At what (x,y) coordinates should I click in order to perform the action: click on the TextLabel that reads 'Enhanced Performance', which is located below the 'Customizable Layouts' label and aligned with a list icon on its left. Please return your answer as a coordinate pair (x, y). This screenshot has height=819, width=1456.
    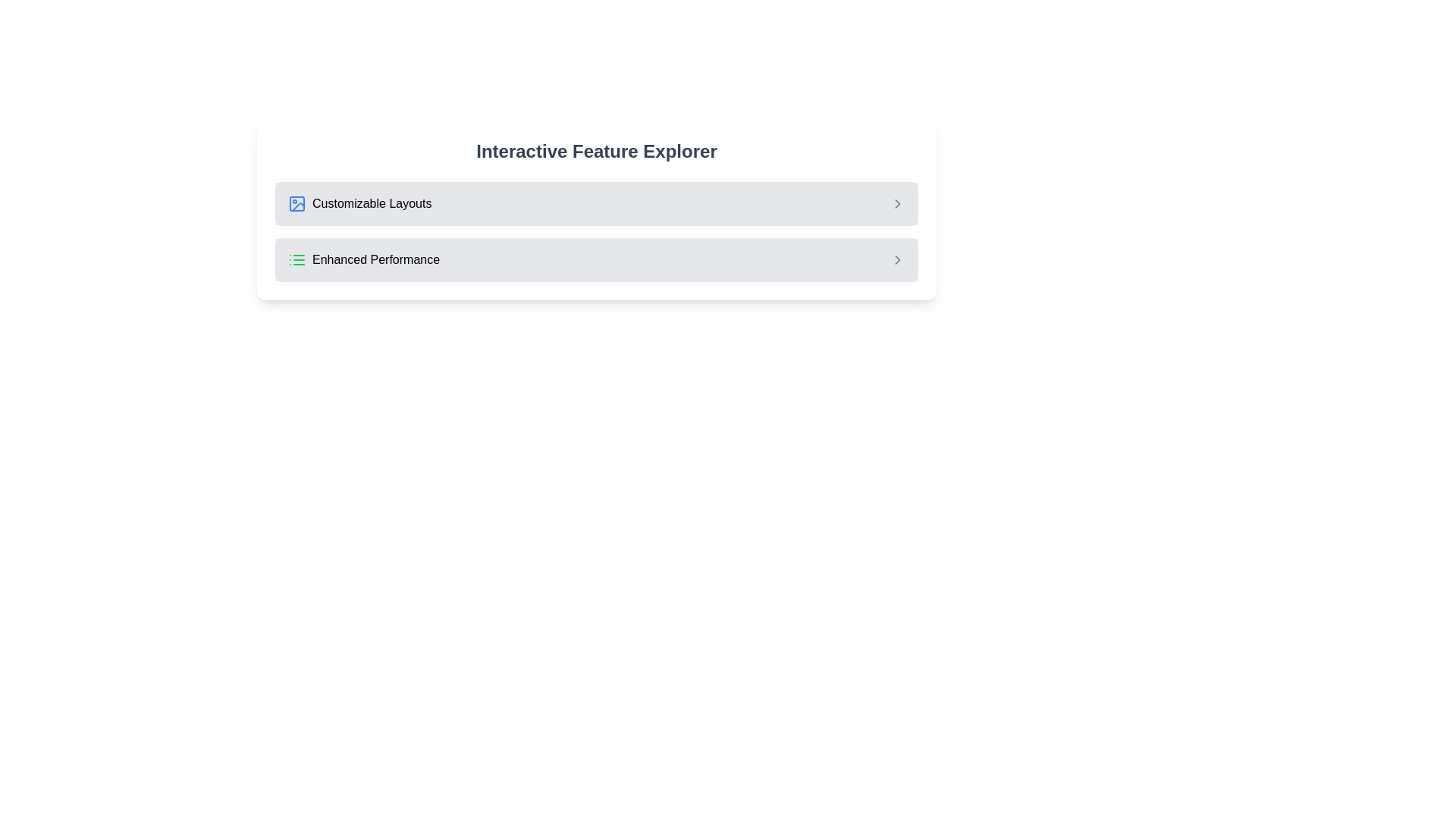
    Looking at the image, I should click on (376, 259).